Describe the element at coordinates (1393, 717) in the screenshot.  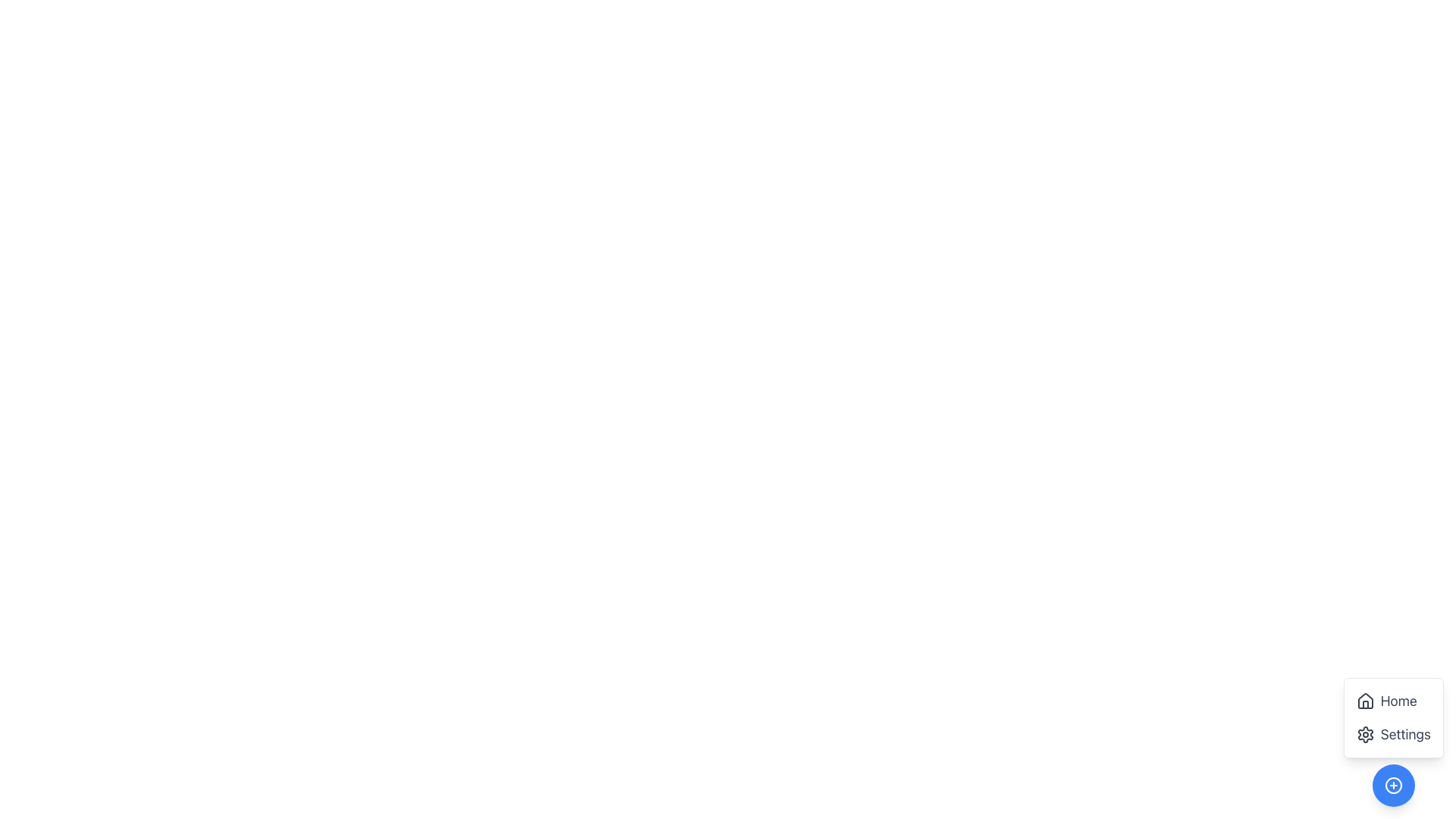
I see `the 'Home' button in the bottom-right corner of the floating navigation panel` at that location.